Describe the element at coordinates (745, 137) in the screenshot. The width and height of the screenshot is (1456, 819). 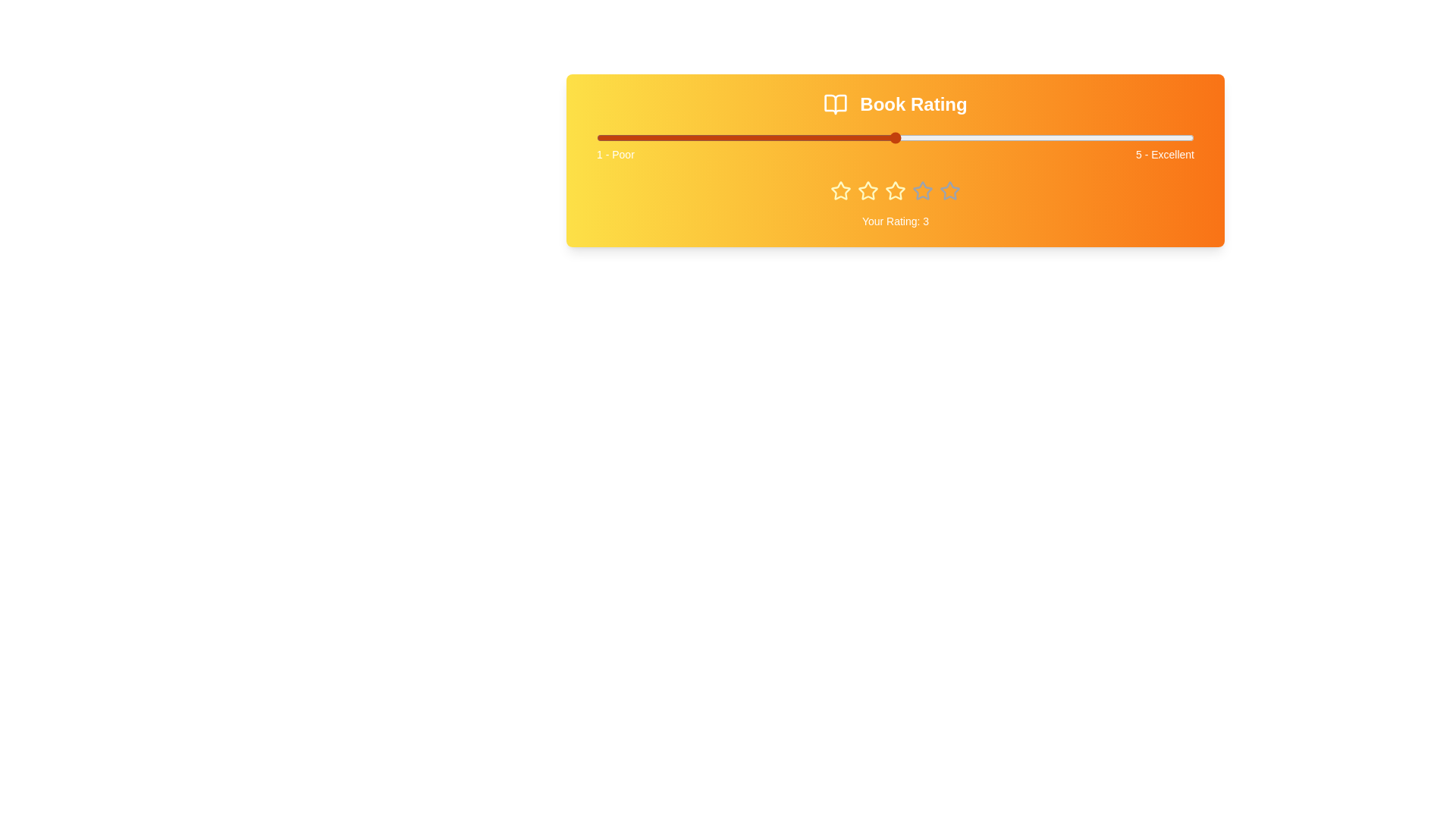
I see `the book rating slider` at that location.